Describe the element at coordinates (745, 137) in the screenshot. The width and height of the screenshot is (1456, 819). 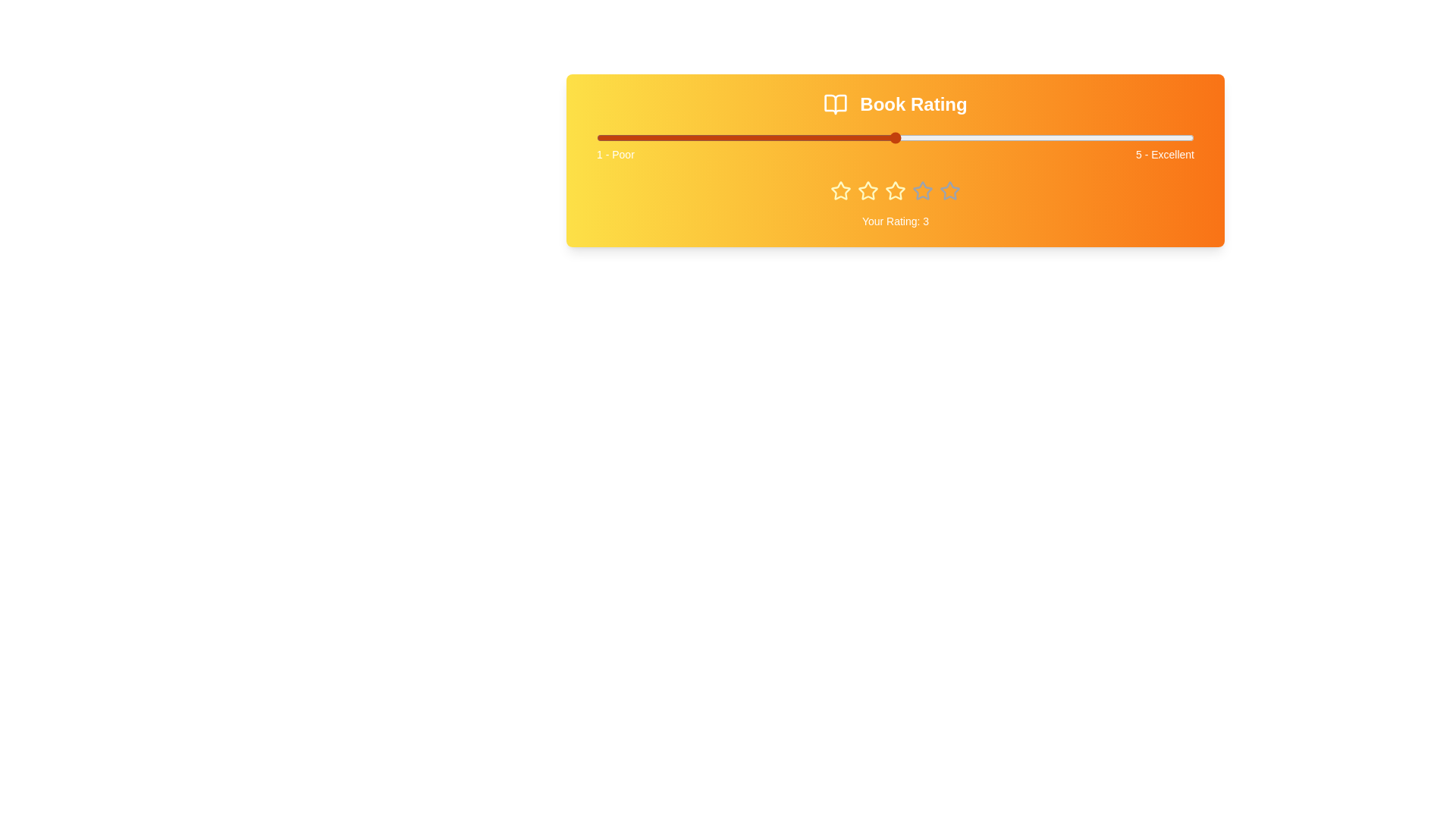
I see `the book rating slider` at that location.